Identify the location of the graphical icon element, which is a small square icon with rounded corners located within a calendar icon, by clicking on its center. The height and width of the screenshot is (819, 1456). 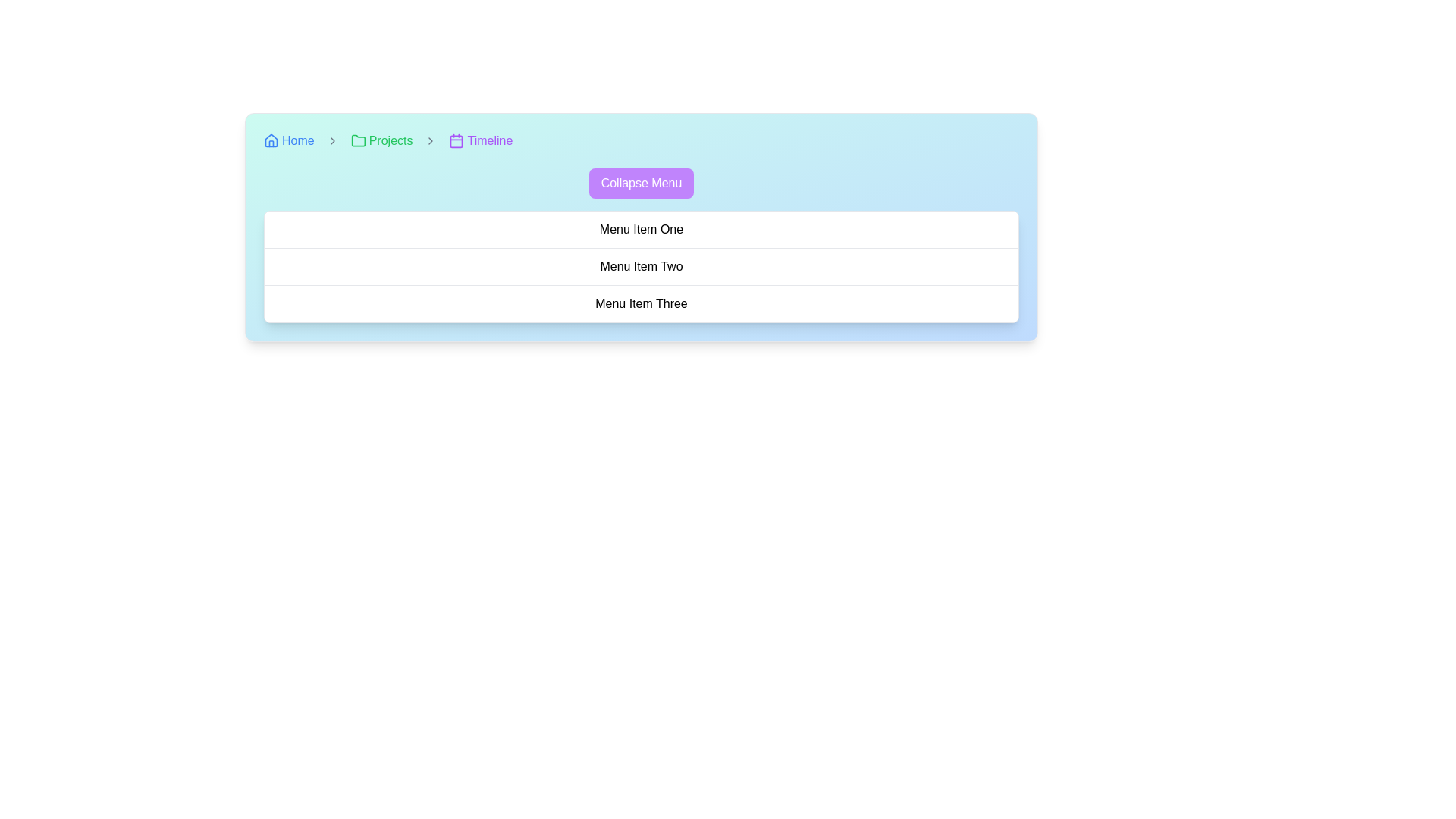
(456, 141).